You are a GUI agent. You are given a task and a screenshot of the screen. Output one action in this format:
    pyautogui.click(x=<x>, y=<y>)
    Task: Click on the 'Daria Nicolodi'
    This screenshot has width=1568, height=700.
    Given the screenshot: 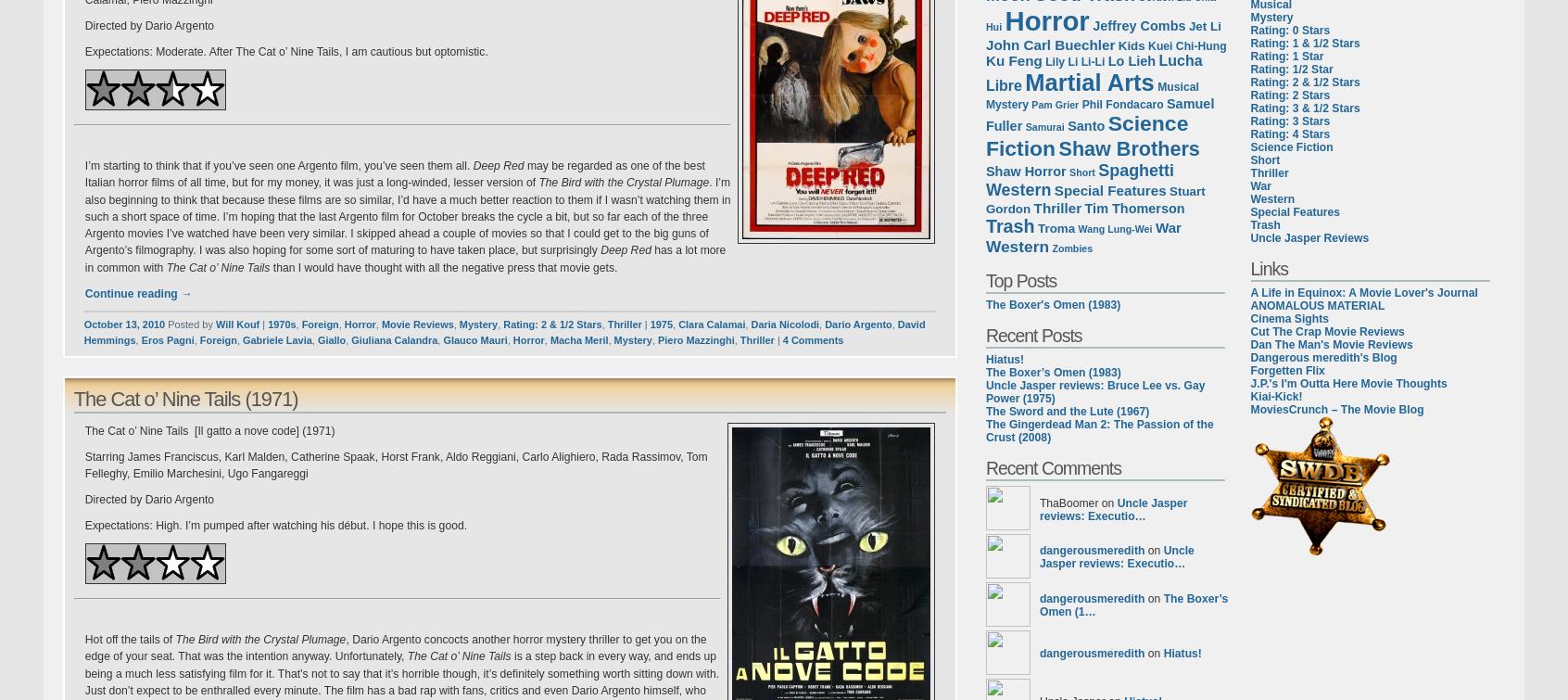 What is the action you would take?
    pyautogui.click(x=750, y=325)
    